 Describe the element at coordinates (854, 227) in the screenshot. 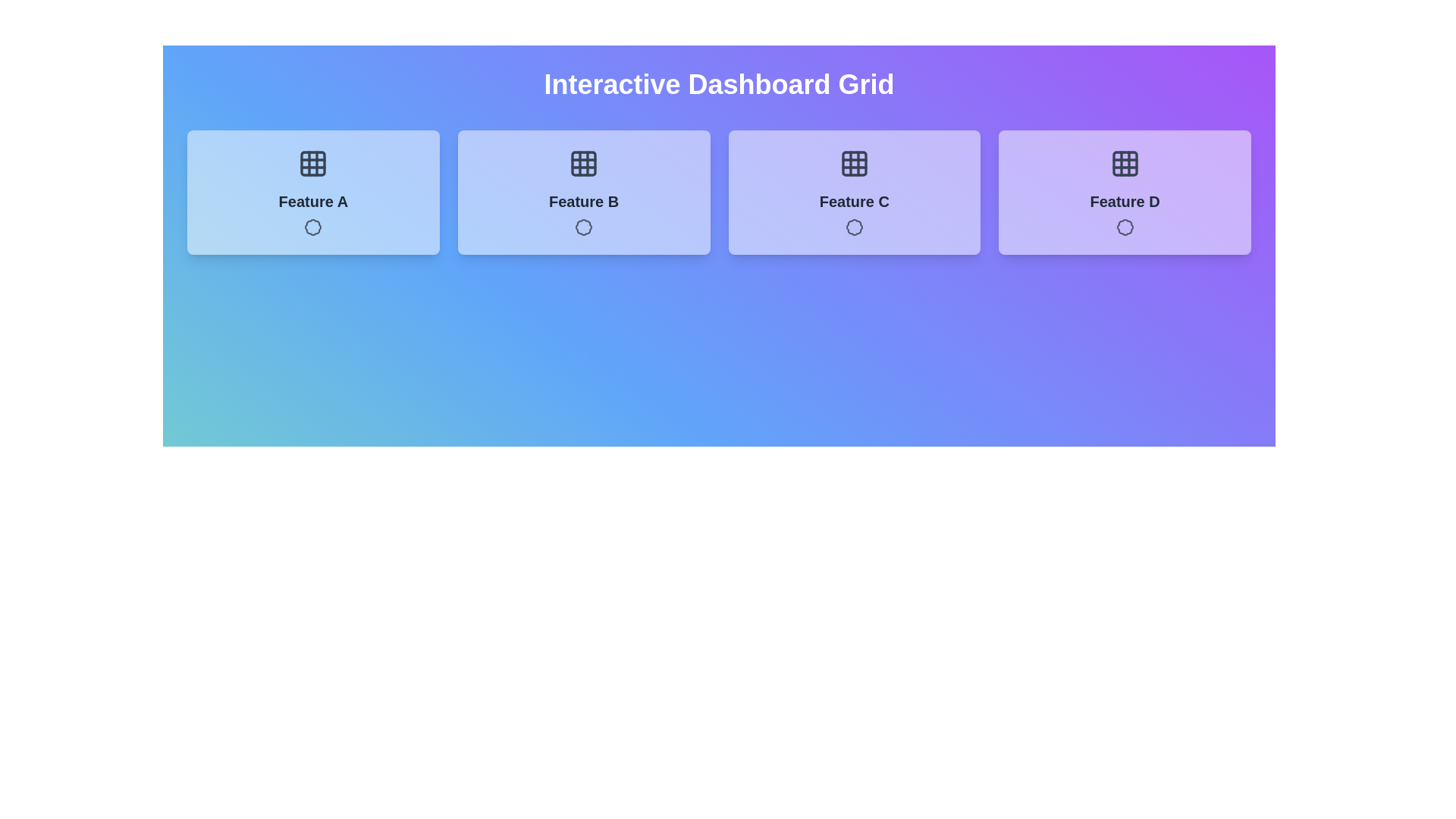

I see `the graphic icon that represents an action or state associated with 'Feature C' to interact with it` at that location.